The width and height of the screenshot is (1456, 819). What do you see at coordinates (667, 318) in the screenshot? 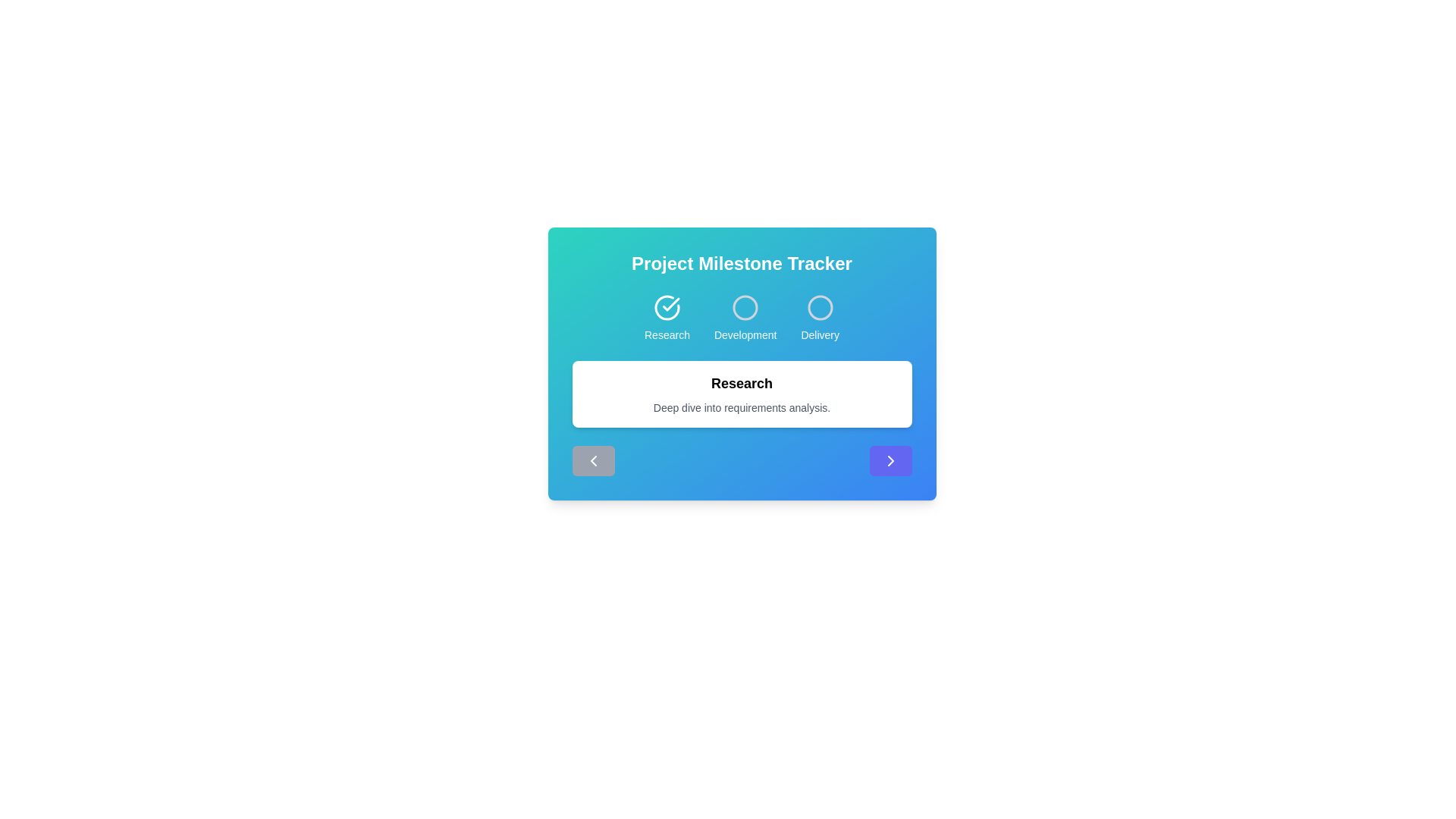
I see `the 'Research' milestone icon located at the top-left section of the project tracking interface` at bounding box center [667, 318].